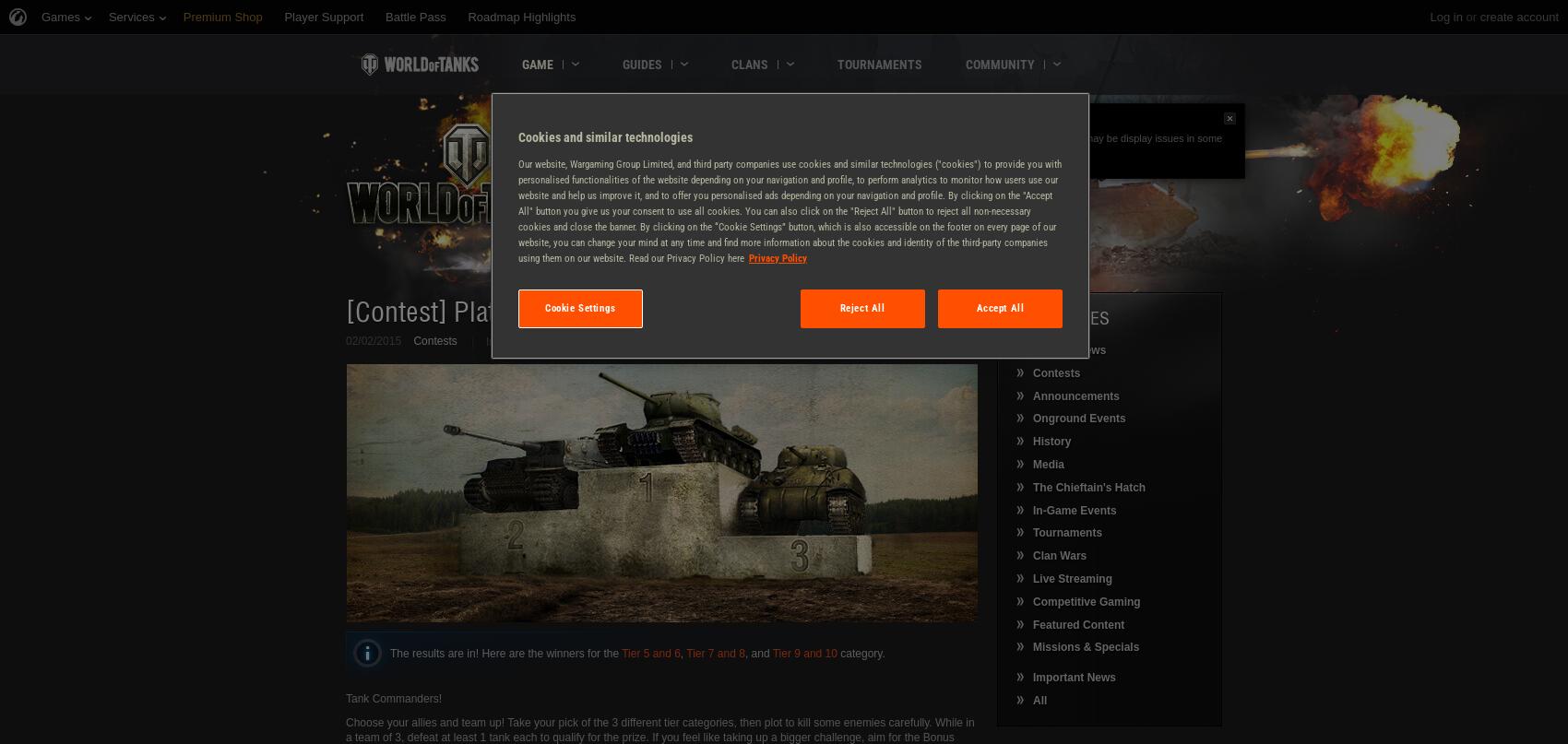  Describe the element at coordinates (1072, 577) in the screenshot. I see `'Live Streaming'` at that location.